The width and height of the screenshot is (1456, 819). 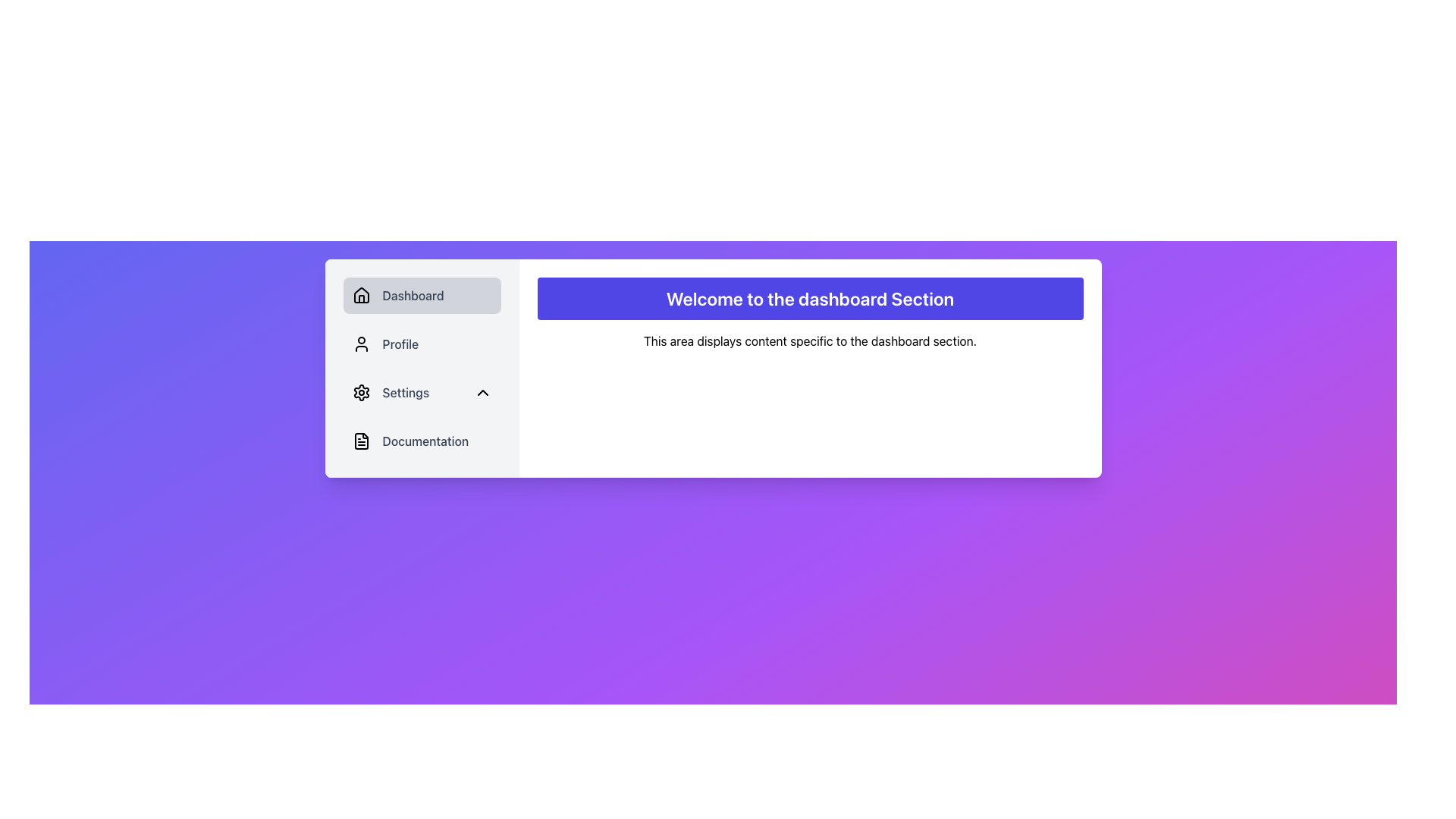 I want to click on text displayed in the 'Dashboard' navigation label, which is the first element in the vertical list of navigation options on the left side of the interface, so click(x=413, y=295).